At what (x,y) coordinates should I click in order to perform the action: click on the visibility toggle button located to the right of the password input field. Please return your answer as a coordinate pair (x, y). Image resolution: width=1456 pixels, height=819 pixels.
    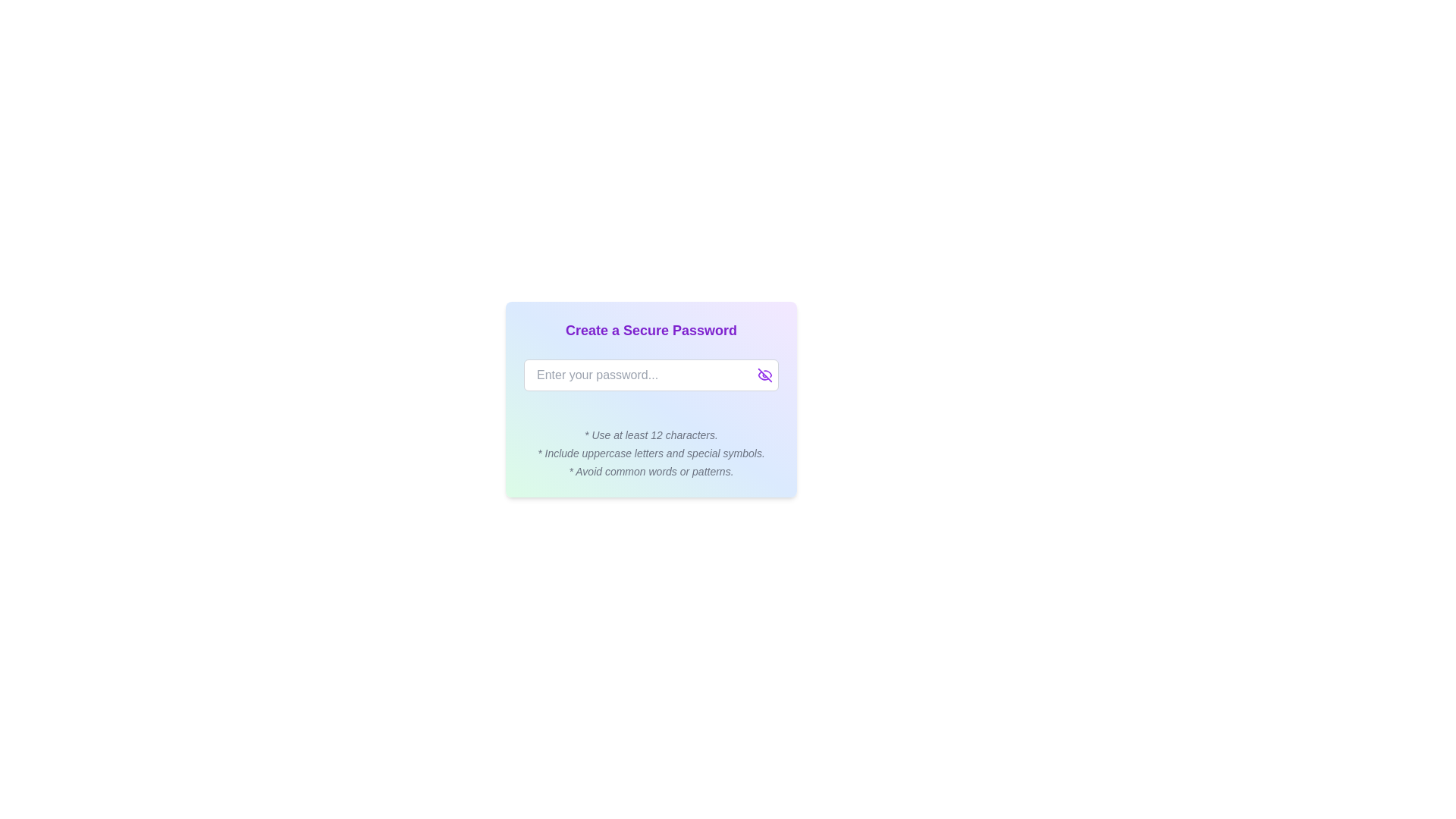
    Looking at the image, I should click on (764, 375).